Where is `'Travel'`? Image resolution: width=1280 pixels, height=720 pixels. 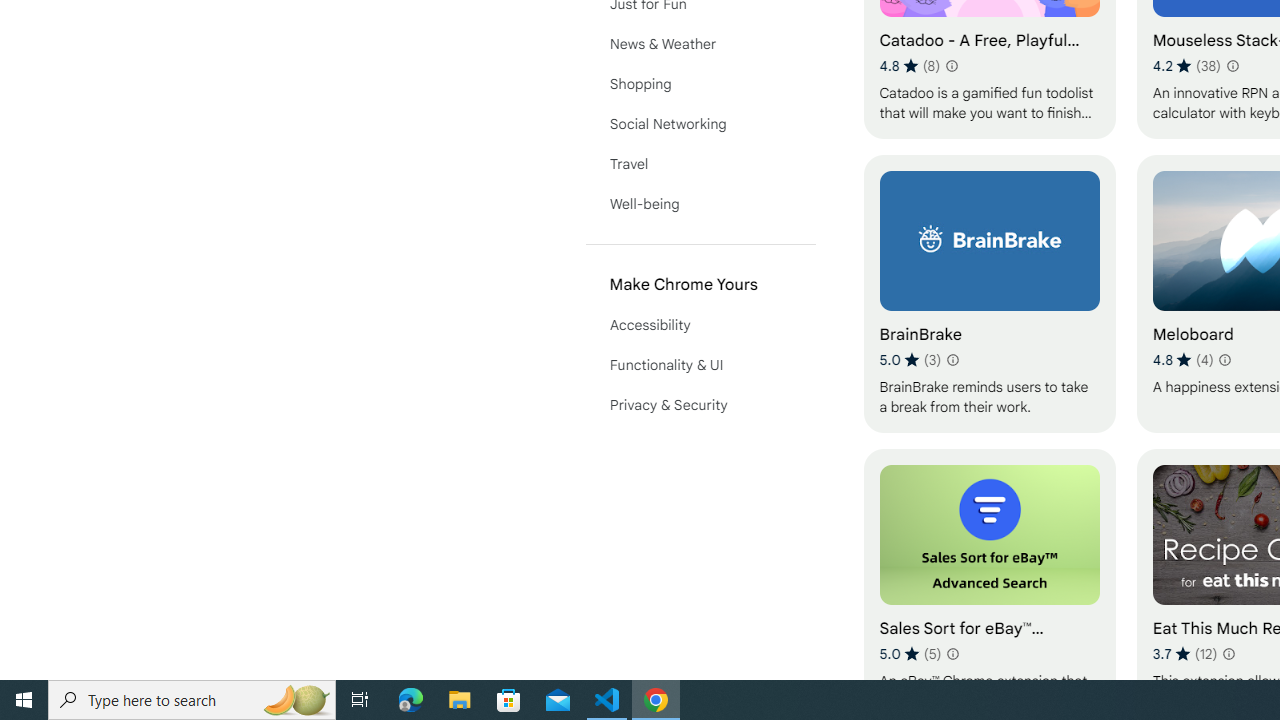
'Travel' is located at coordinates (700, 163).